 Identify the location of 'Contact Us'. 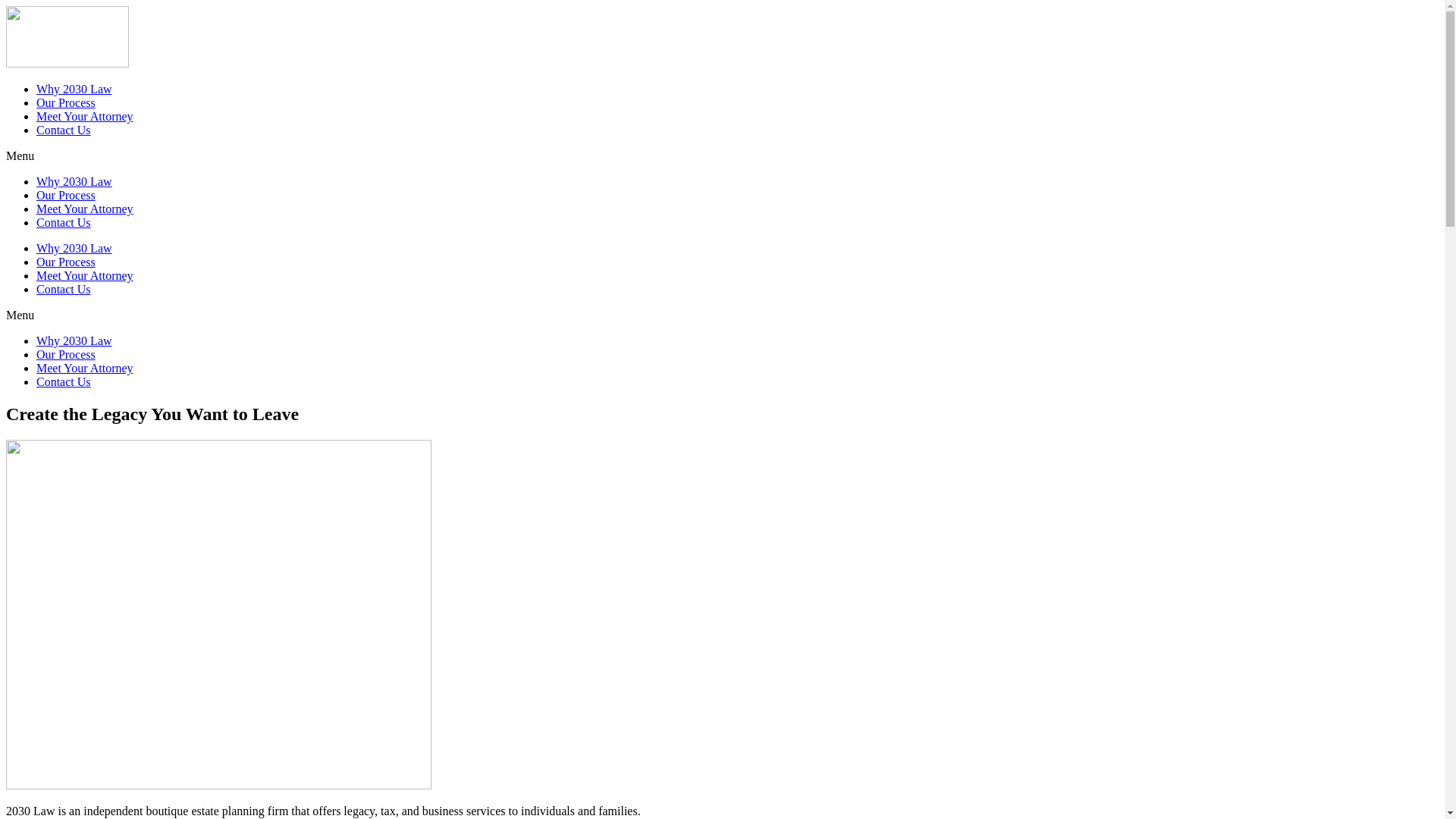
(36, 289).